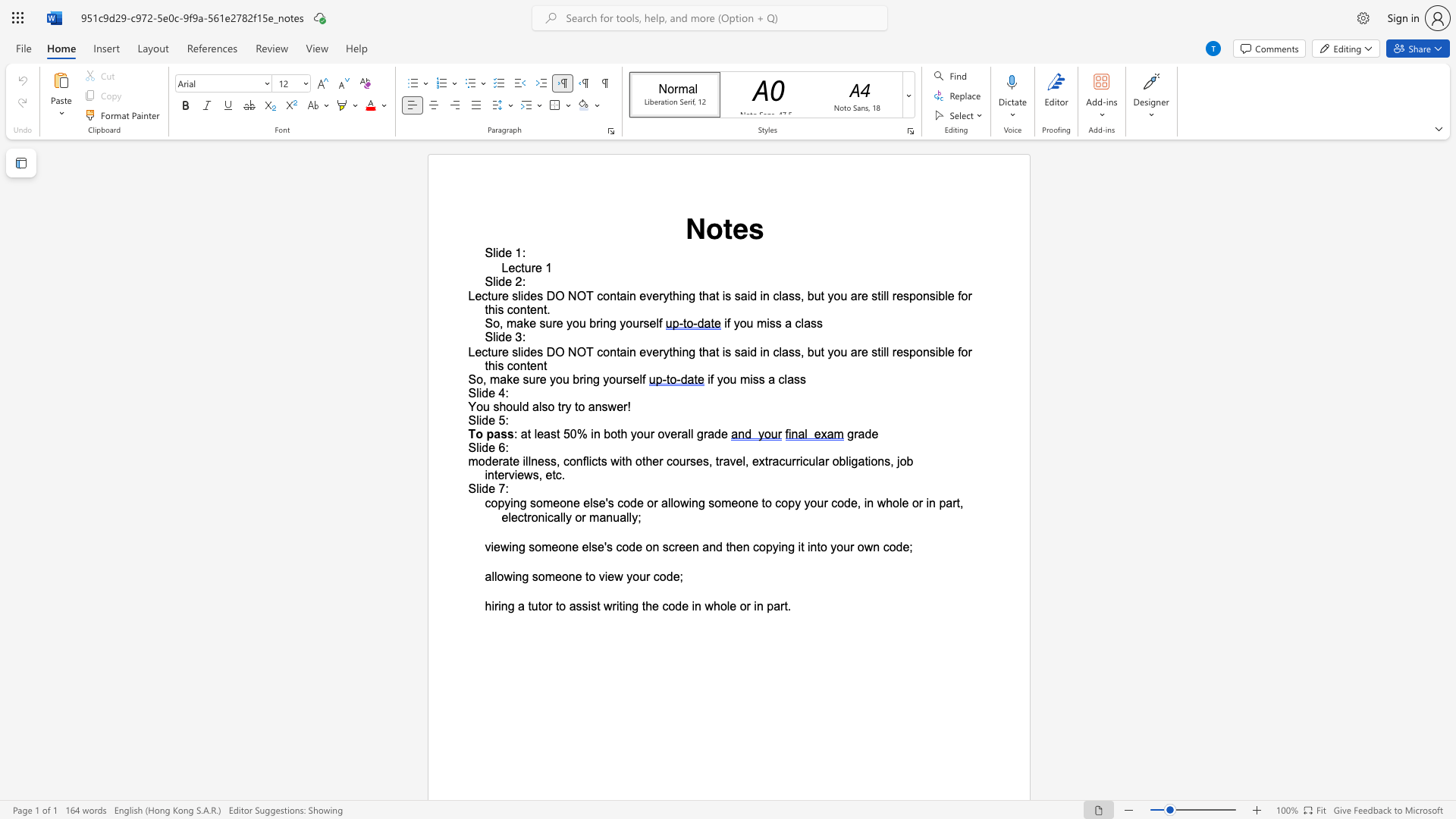 This screenshot has height=819, width=1456. What do you see at coordinates (585, 460) in the screenshot?
I see `the space between the continuous character "f" and "l" in the text` at bounding box center [585, 460].